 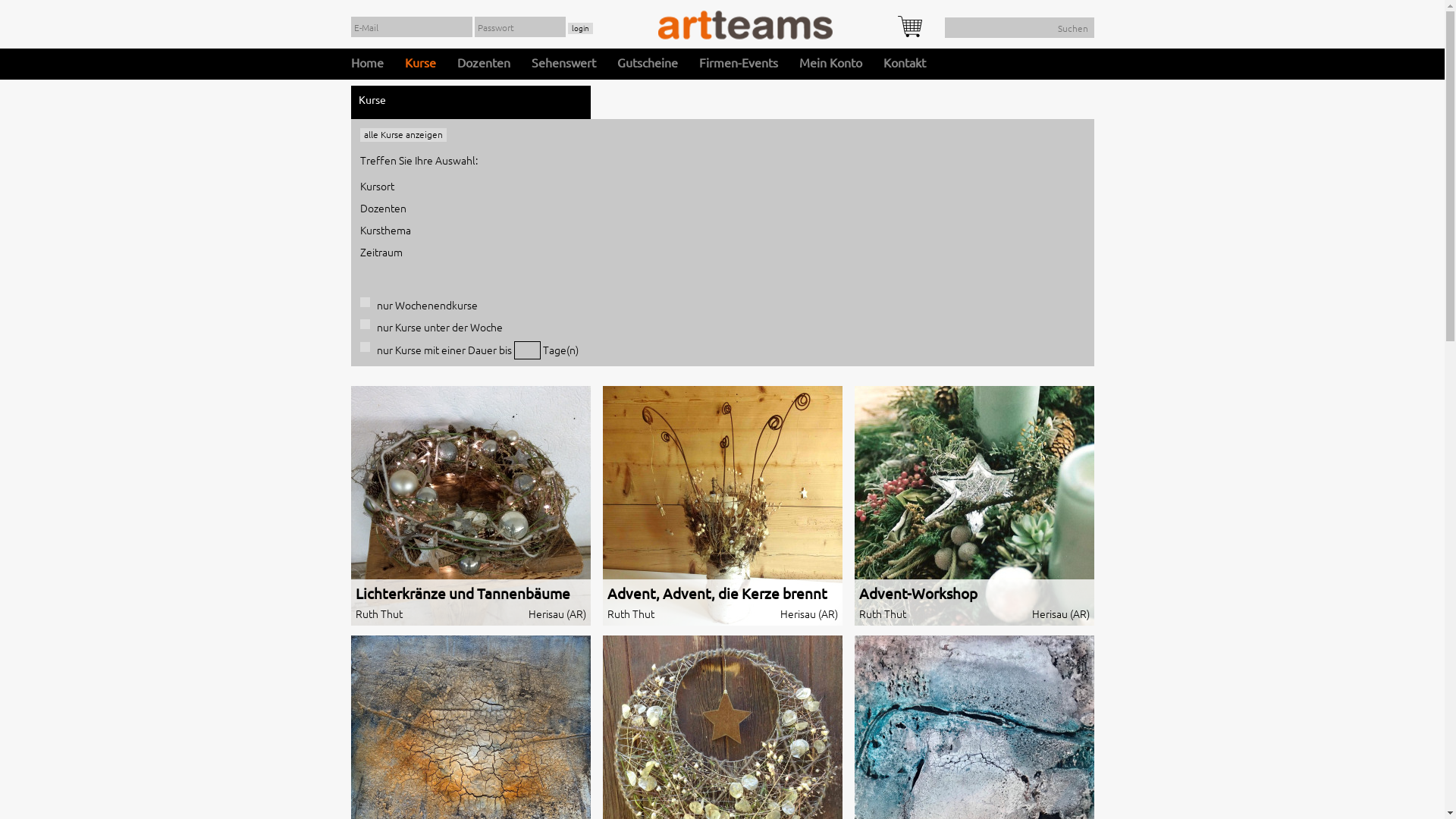 I want to click on 'Kontakt', so click(x=903, y=63).